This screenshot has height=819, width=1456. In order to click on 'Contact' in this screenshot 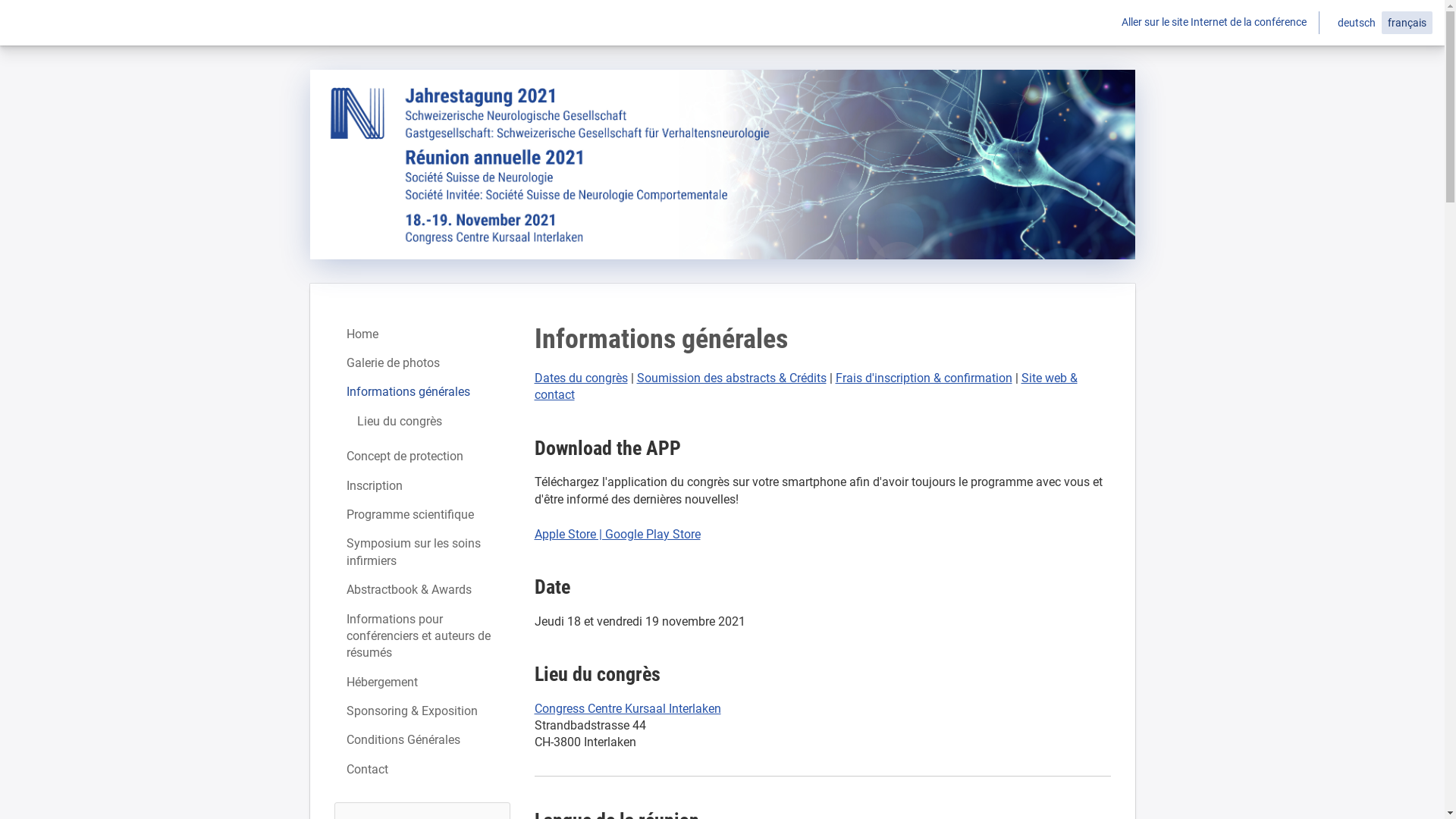, I will do `click(333, 769)`.